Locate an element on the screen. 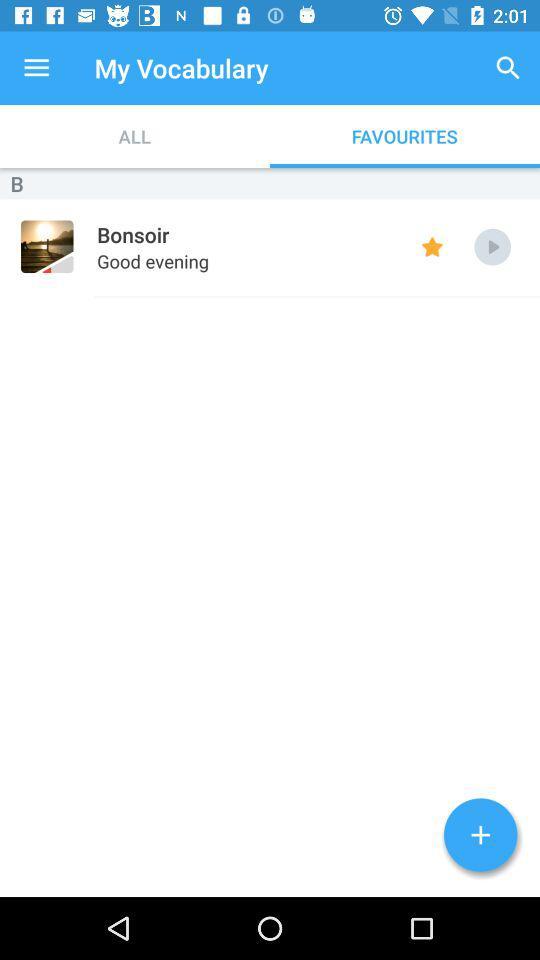 The height and width of the screenshot is (960, 540). option is located at coordinates (491, 246).